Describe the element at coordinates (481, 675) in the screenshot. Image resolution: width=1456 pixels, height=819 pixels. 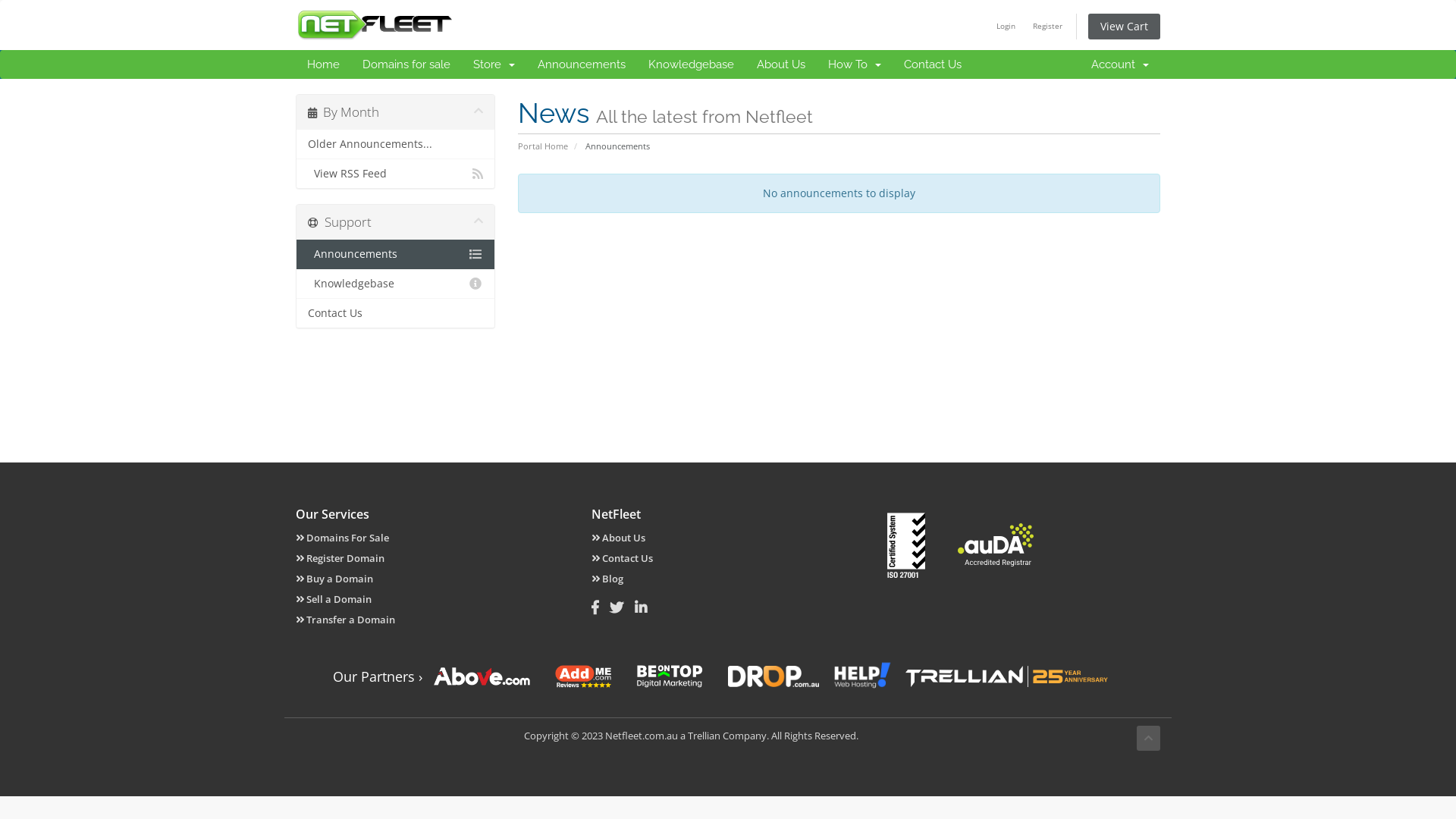
I see `'Above.com - Domain Portfolio Manager'` at that location.